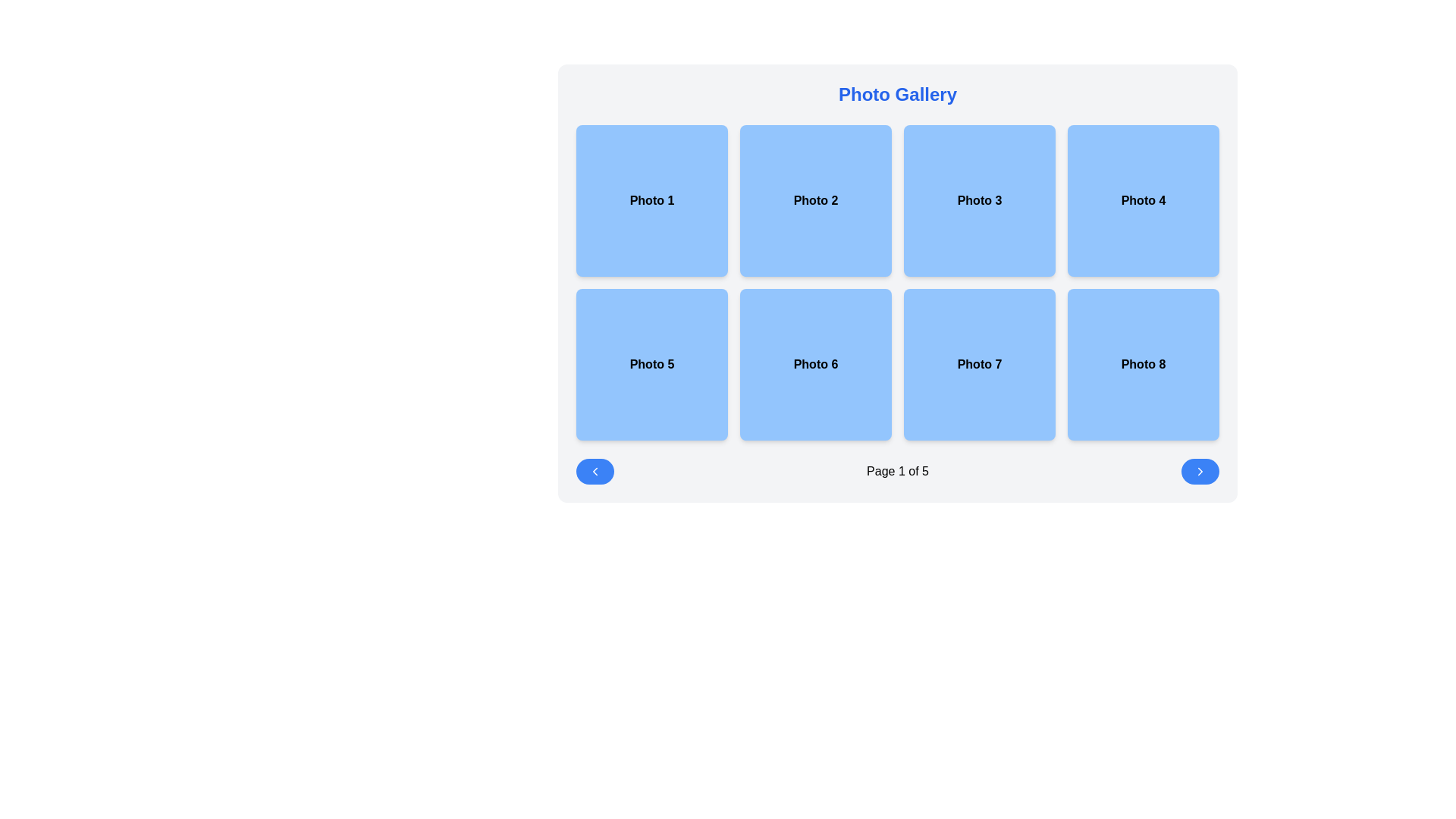 The image size is (1456, 819). I want to click on the blue circular button located at the bottom-right corner of the interface, which contains a chevron graphic, so click(1200, 470).